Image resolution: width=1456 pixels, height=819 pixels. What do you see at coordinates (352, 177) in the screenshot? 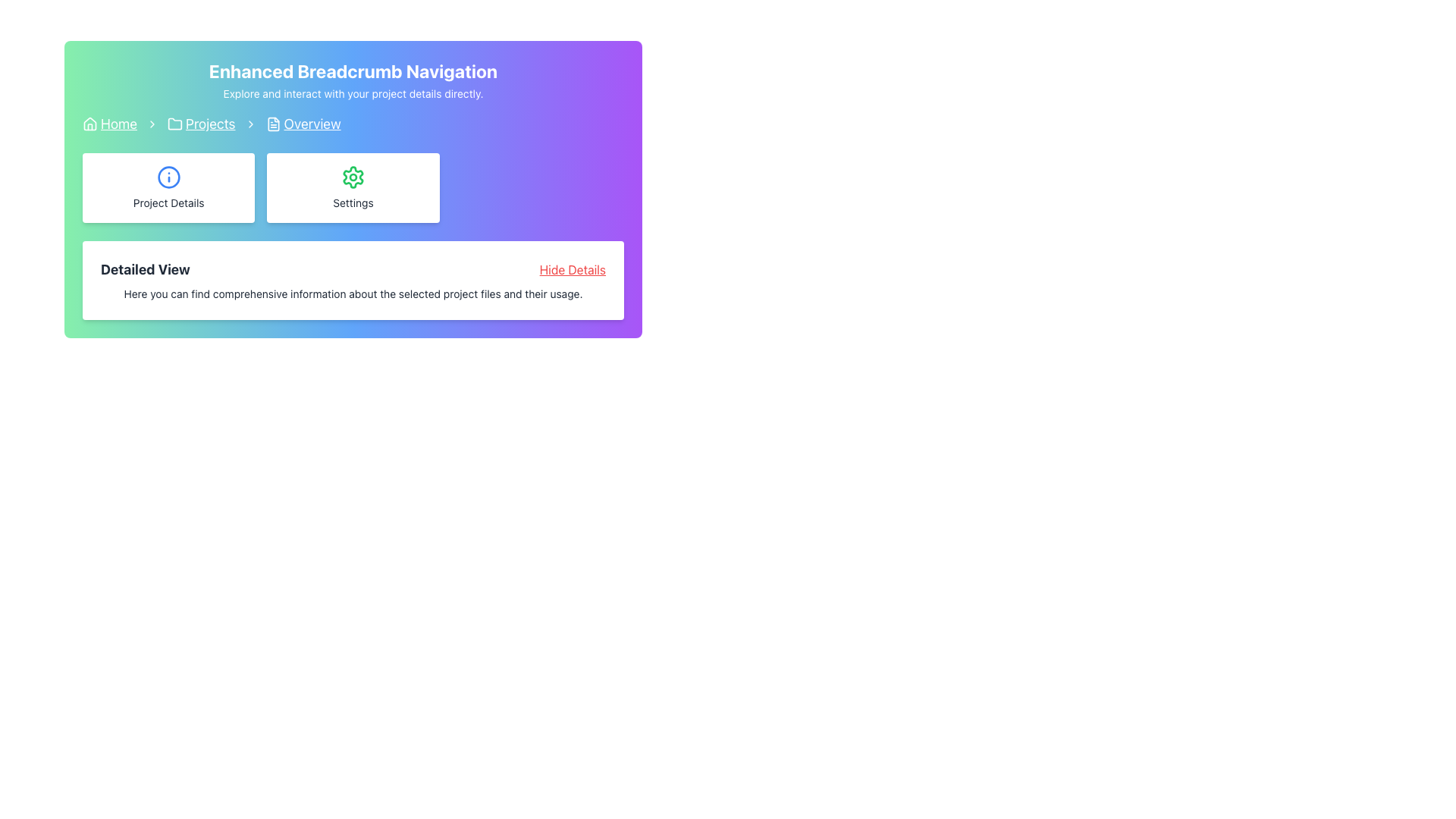
I see `the cogwheel-shaped settings icon with a green outline and white interior, which is located in the settings box prominently in the interface` at bounding box center [352, 177].